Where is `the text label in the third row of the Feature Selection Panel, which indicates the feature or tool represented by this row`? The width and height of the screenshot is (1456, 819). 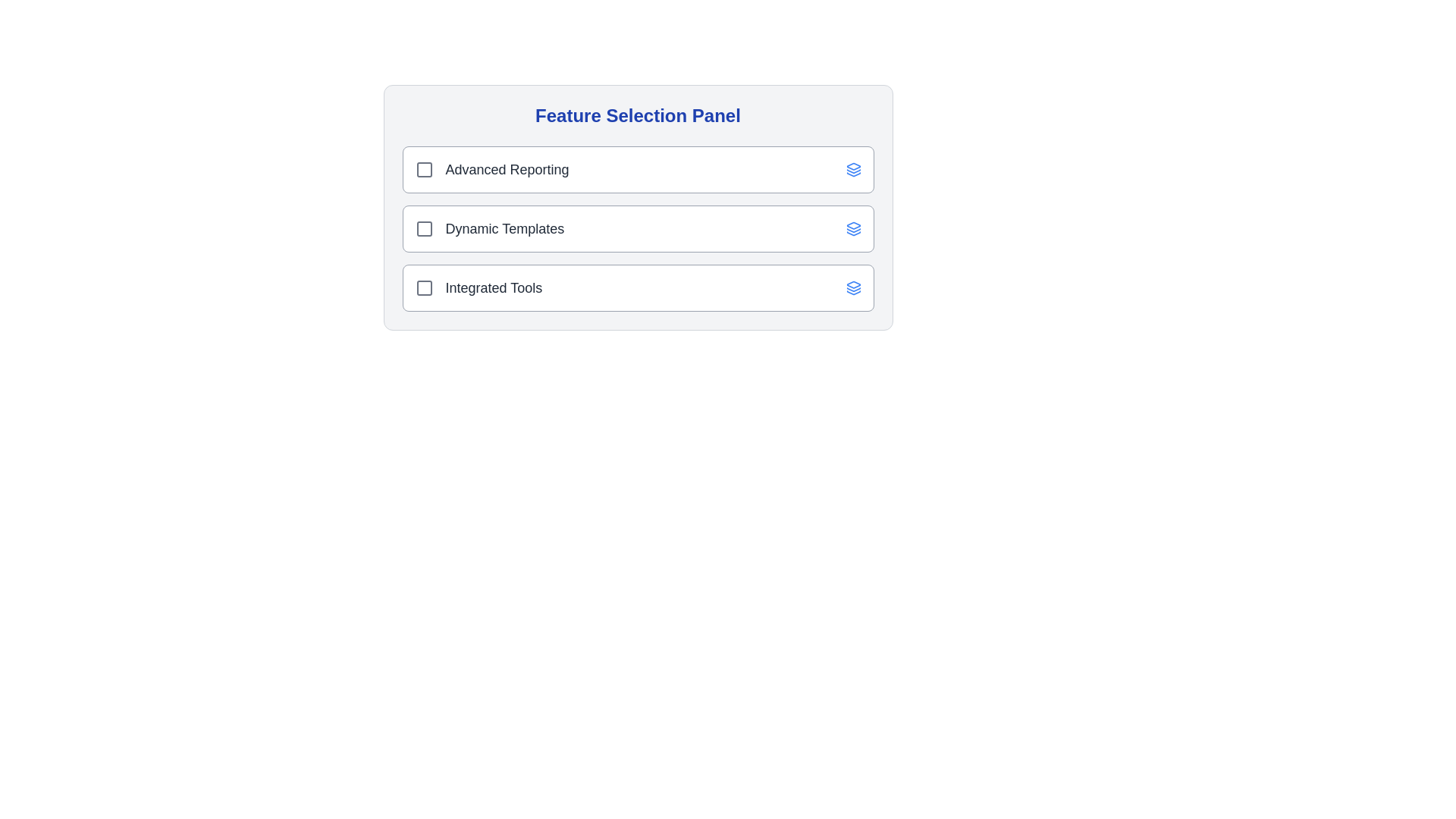
the text label in the third row of the Feature Selection Panel, which indicates the feature or tool represented by this row is located at coordinates (494, 288).